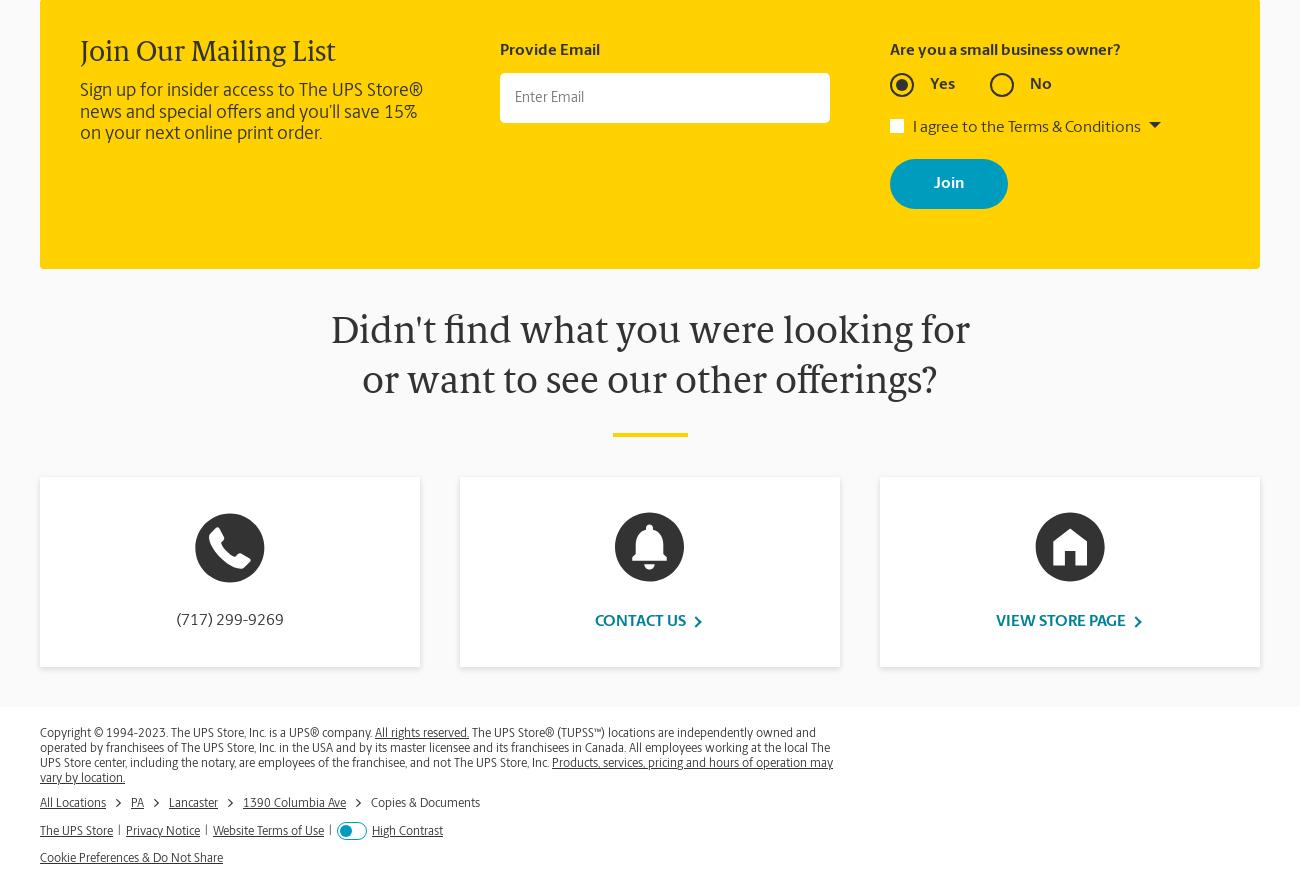  What do you see at coordinates (228, 619) in the screenshot?
I see `'(717) 299-9269'` at bounding box center [228, 619].